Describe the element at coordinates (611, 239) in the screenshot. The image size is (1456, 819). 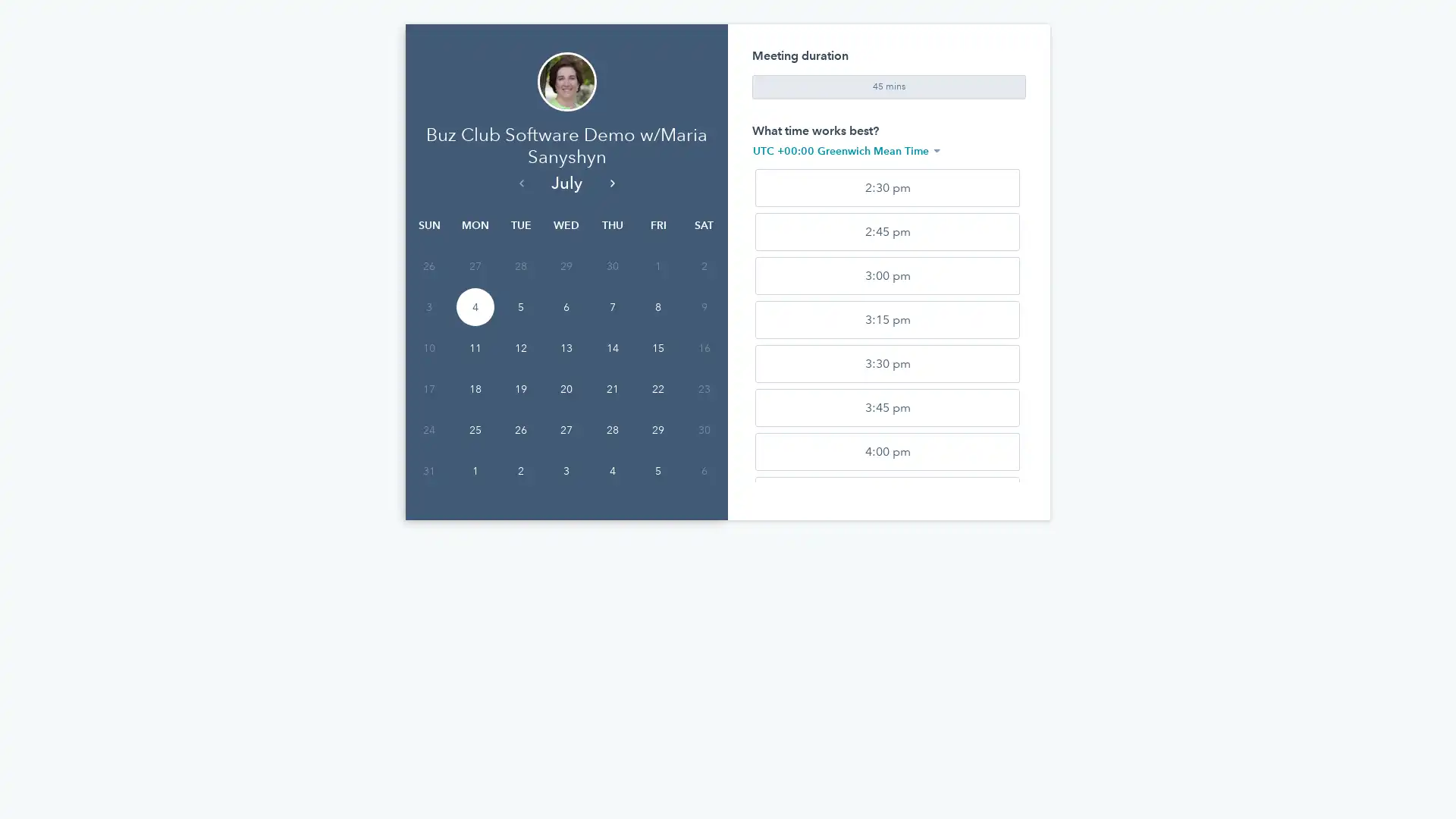
I see `View August` at that location.